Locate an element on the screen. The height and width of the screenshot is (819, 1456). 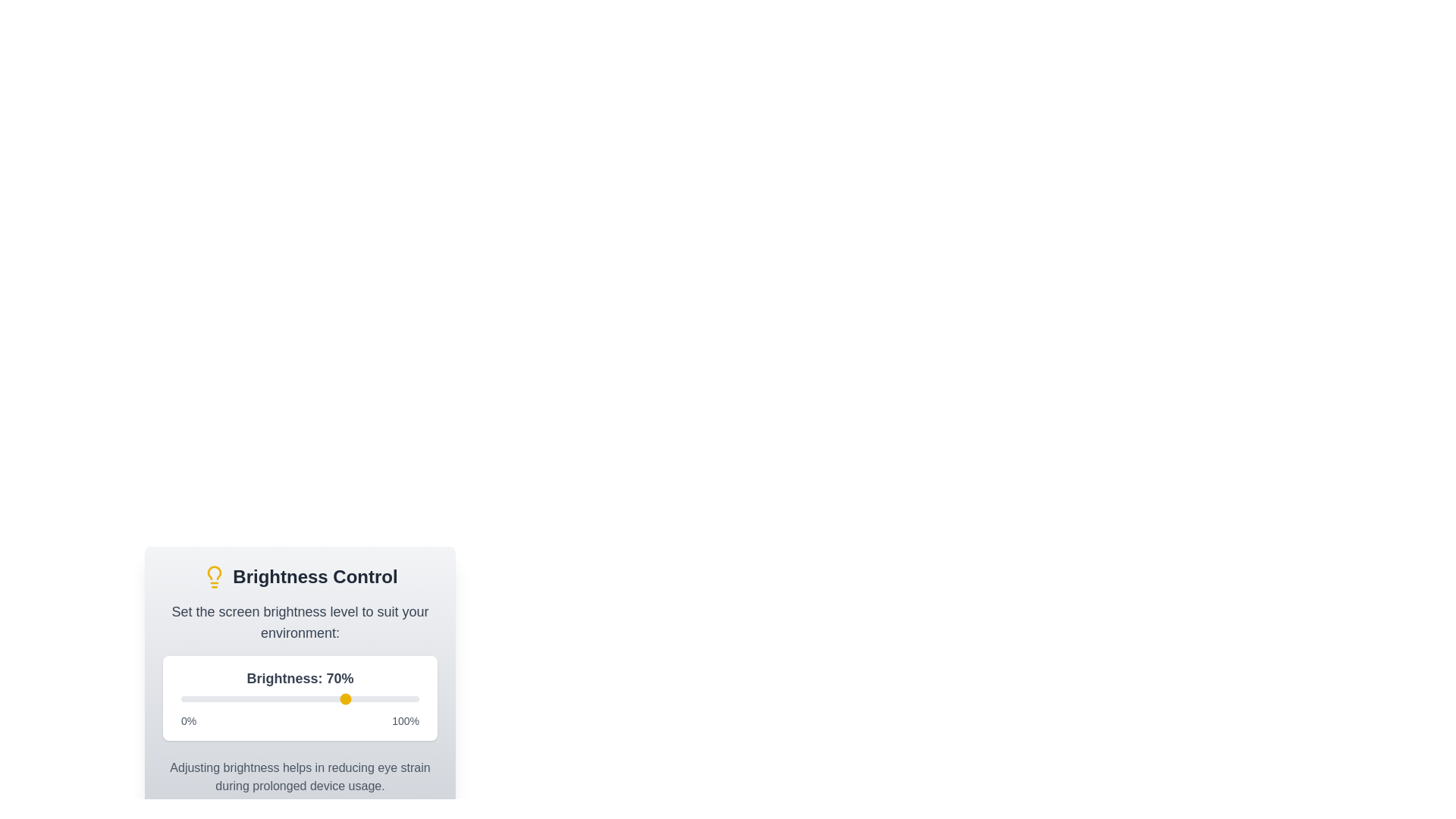
the title text 'Brightness Control' to interact with it is located at coordinates (300, 576).